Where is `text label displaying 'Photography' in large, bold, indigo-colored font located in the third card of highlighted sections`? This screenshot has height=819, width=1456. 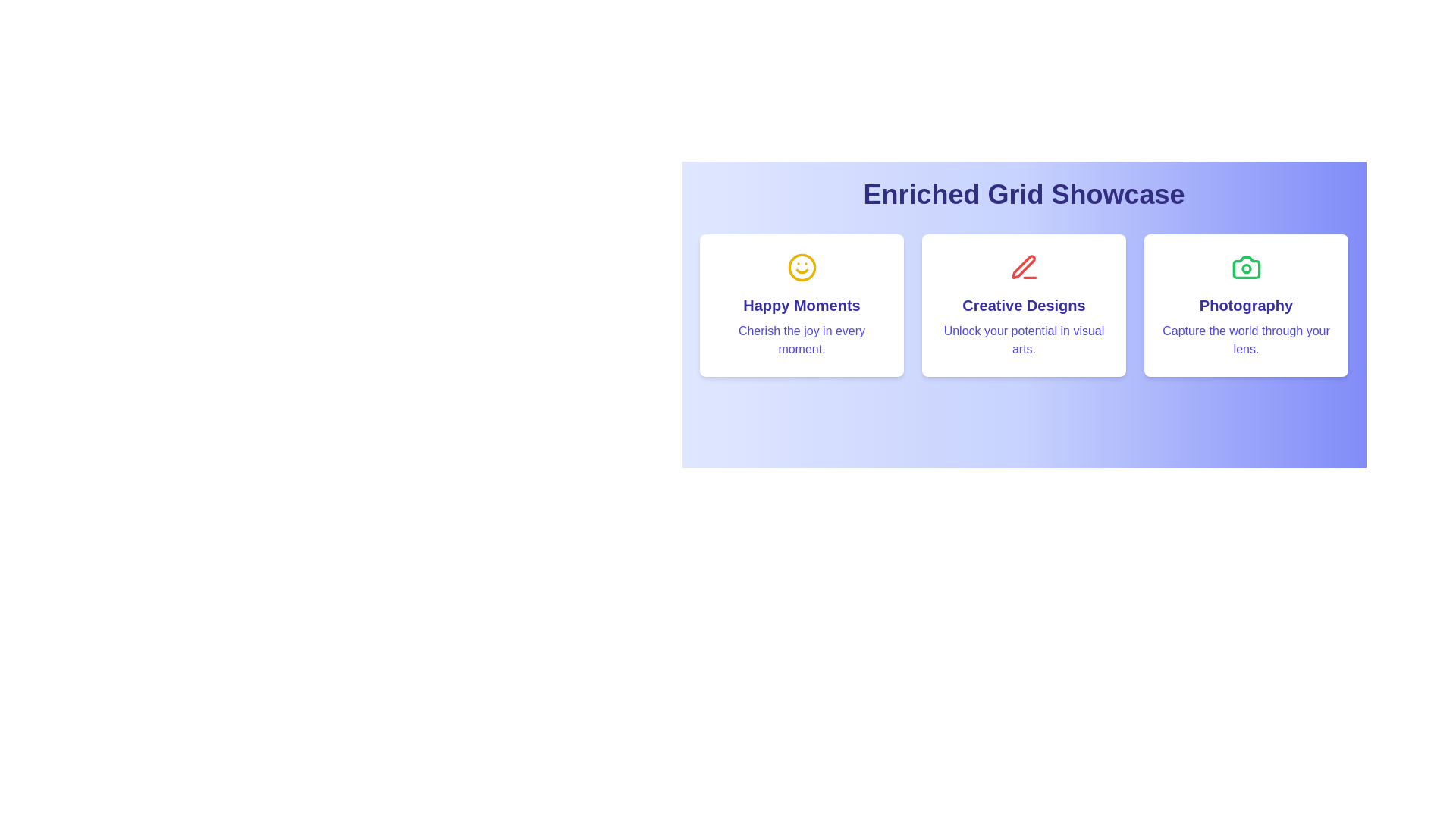 text label displaying 'Photography' in large, bold, indigo-colored font located in the third card of highlighted sections is located at coordinates (1246, 305).